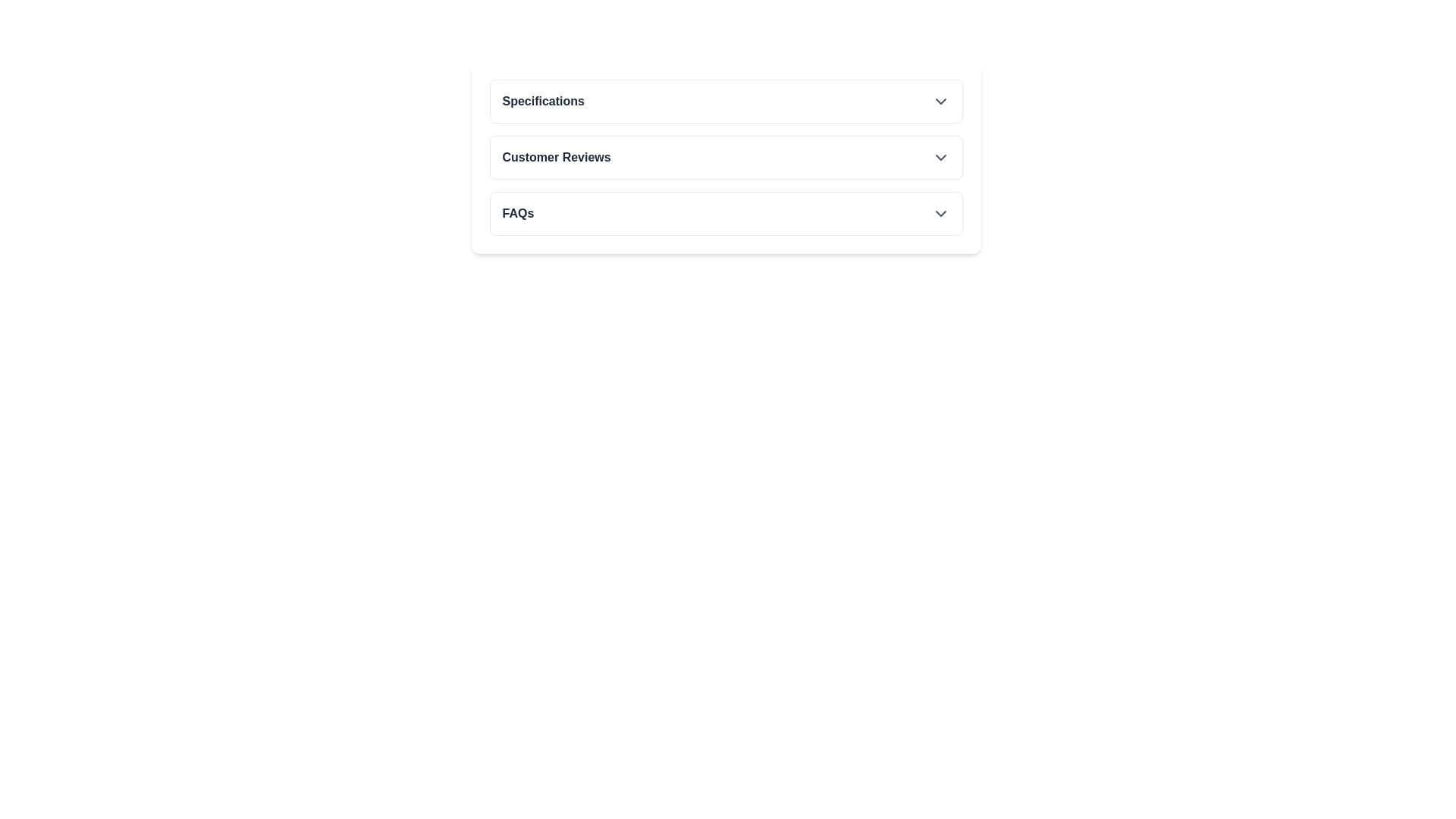 This screenshot has height=819, width=1456. What do you see at coordinates (556, 158) in the screenshot?
I see `the 'Customer Reviews' text element, which is styled in bold dark gray and positioned between 'Specifications' and 'FAQs'` at bounding box center [556, 158].